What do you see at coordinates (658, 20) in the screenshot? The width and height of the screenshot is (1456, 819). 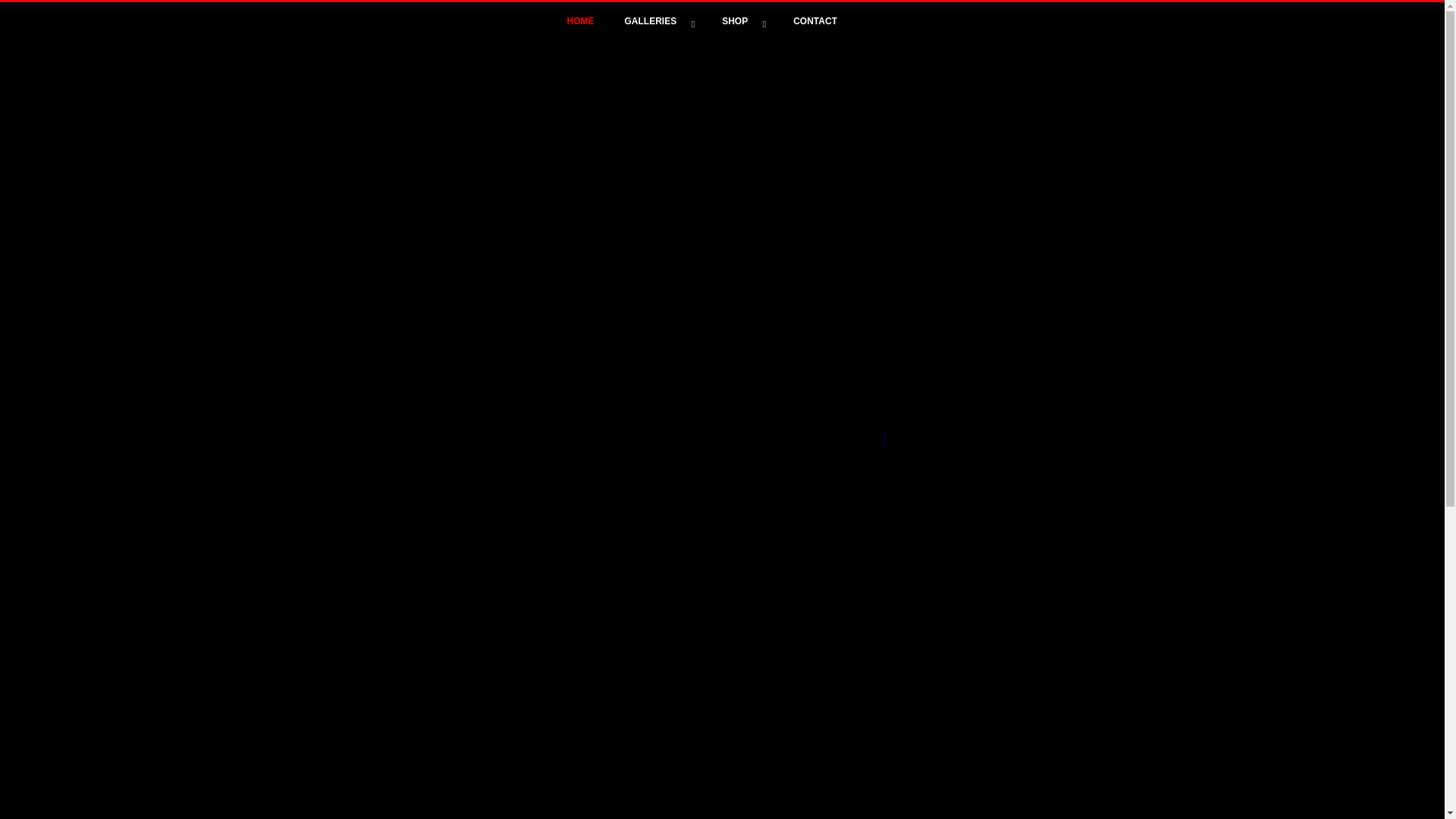 I see `'GALLERIES'` at bounding box center [658, 20].